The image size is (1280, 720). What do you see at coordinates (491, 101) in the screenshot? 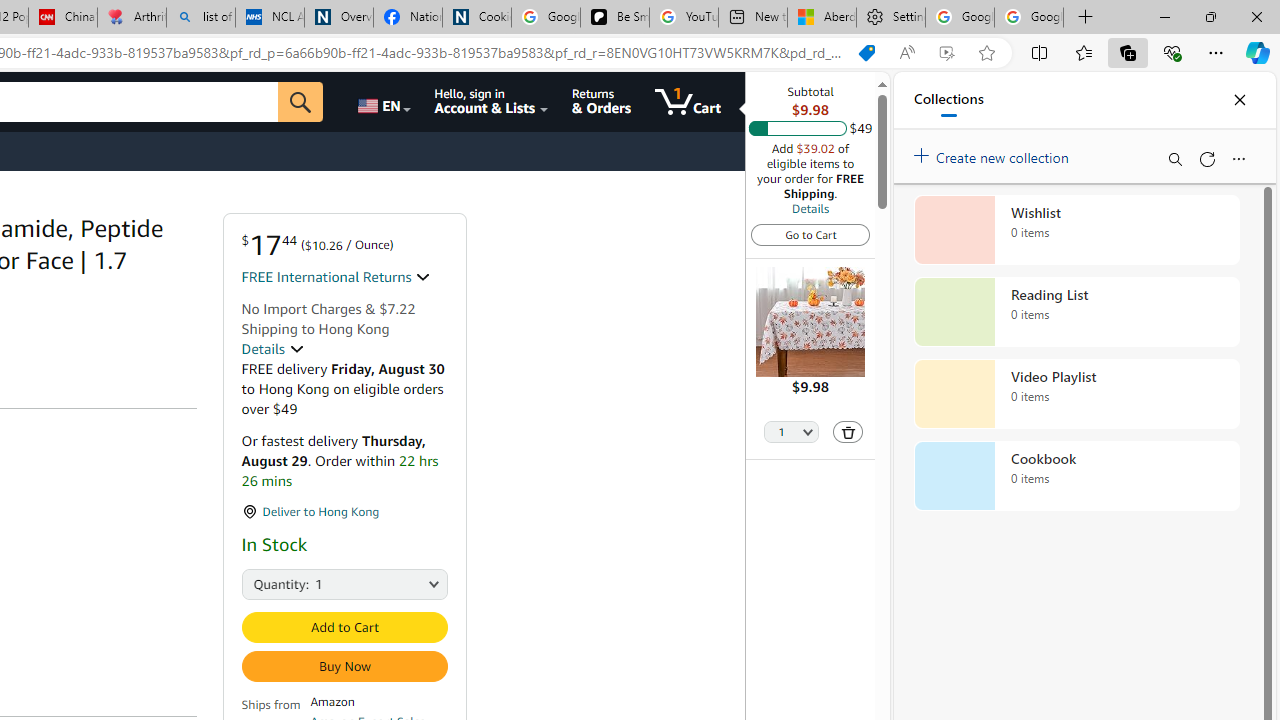
I see `'Hello, sign in Account & Lists'` at bounding box center [491, 101].